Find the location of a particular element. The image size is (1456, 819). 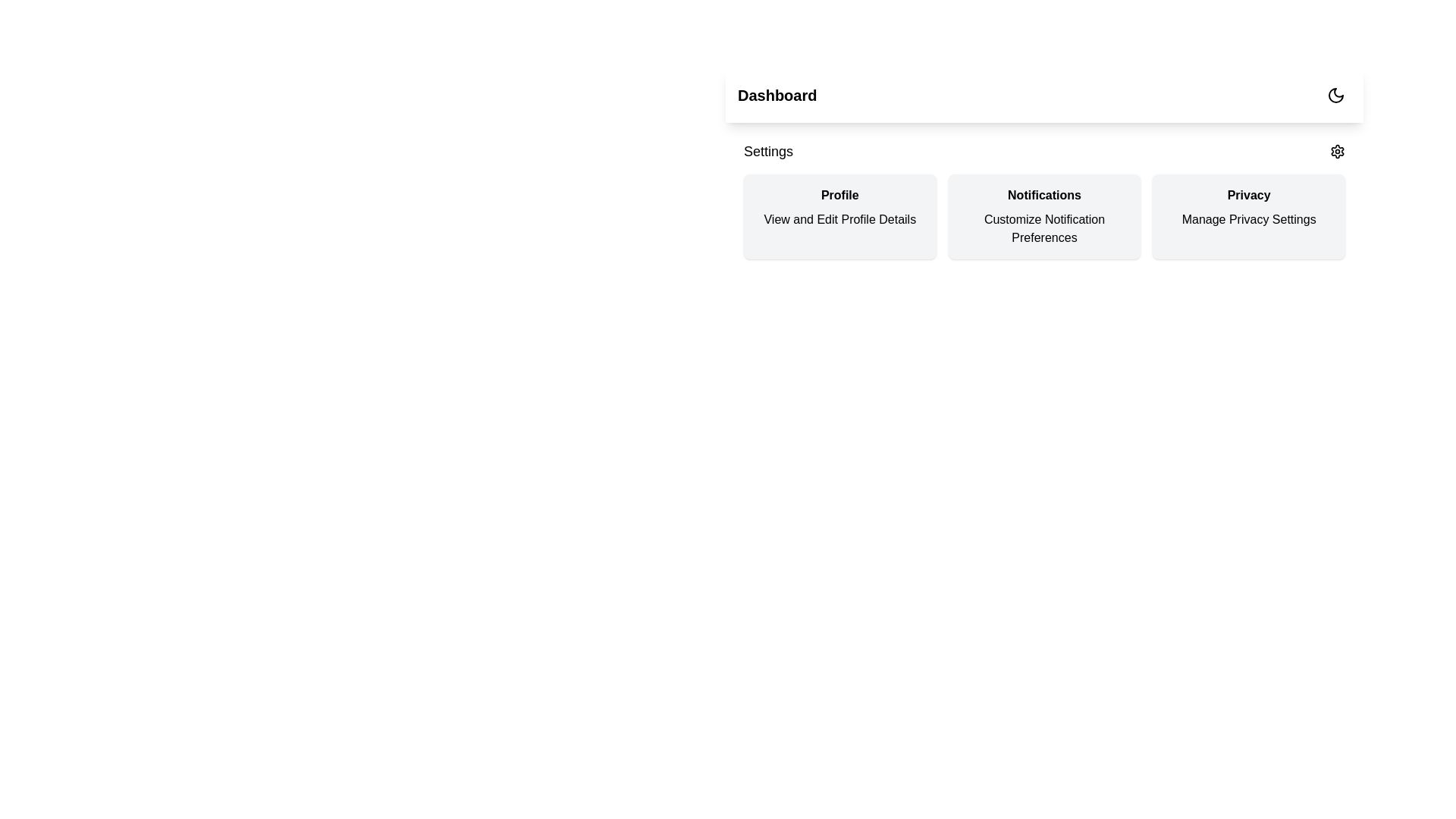

the text label for 'Notifications' which serves as a heading for the section related to notification settings is located at coordinates (1043, 195).